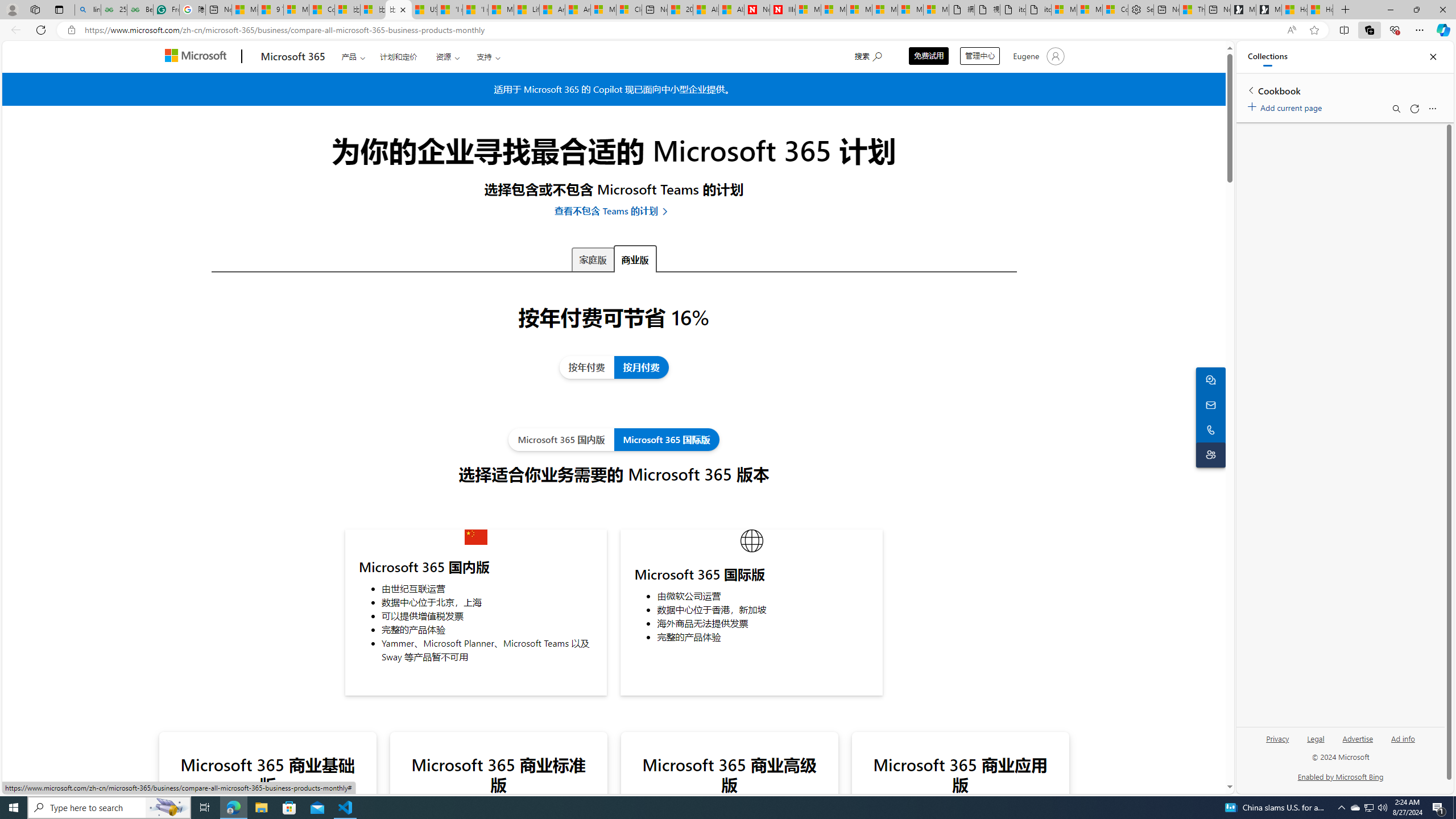 This screenshot has width=1456, height=819. I want to click on 'Back to list of collections', so click(1250, 90).